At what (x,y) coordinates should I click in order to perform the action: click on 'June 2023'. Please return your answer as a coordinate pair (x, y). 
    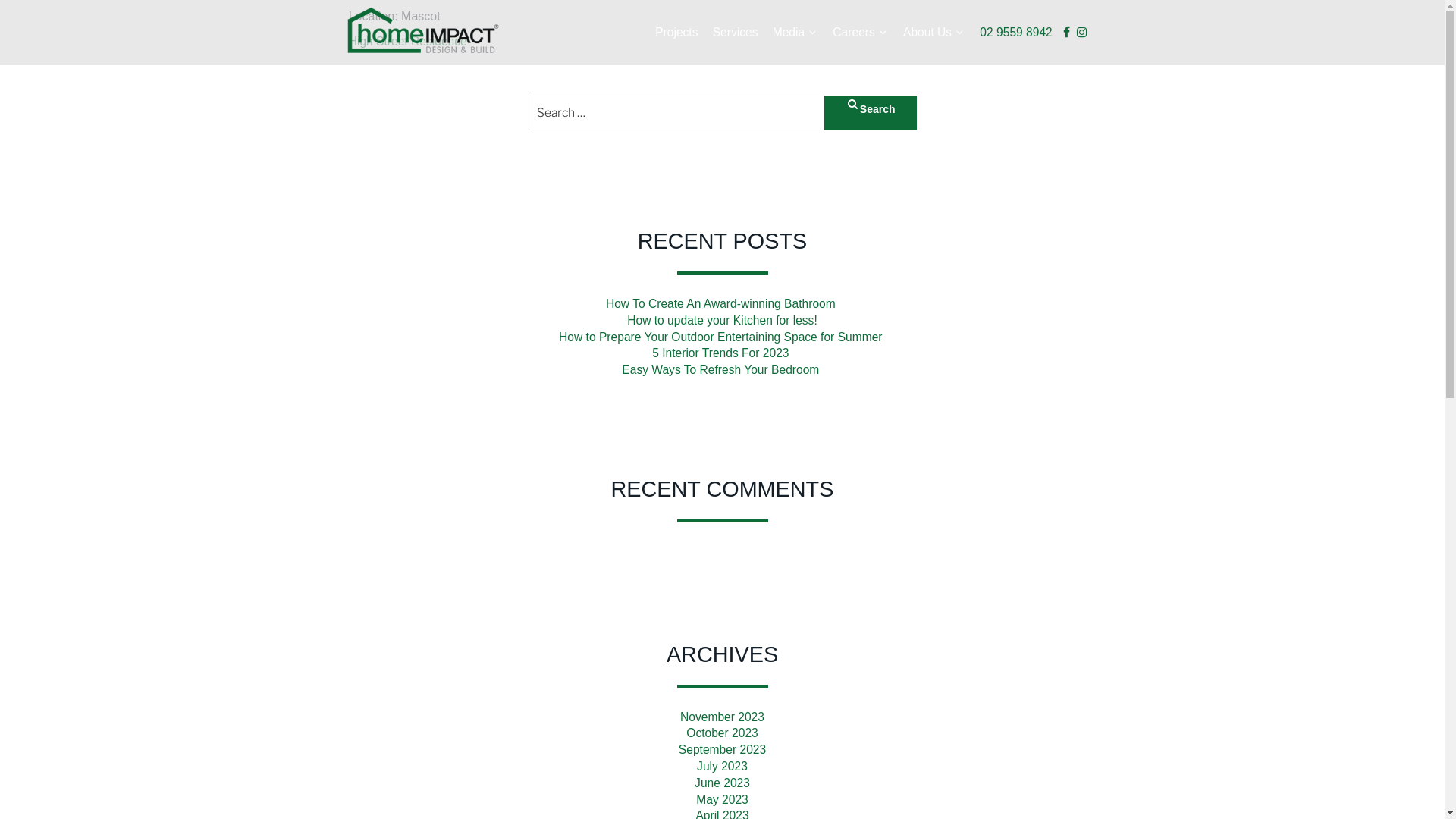
    Looking at the image, I should click on (721, 783).